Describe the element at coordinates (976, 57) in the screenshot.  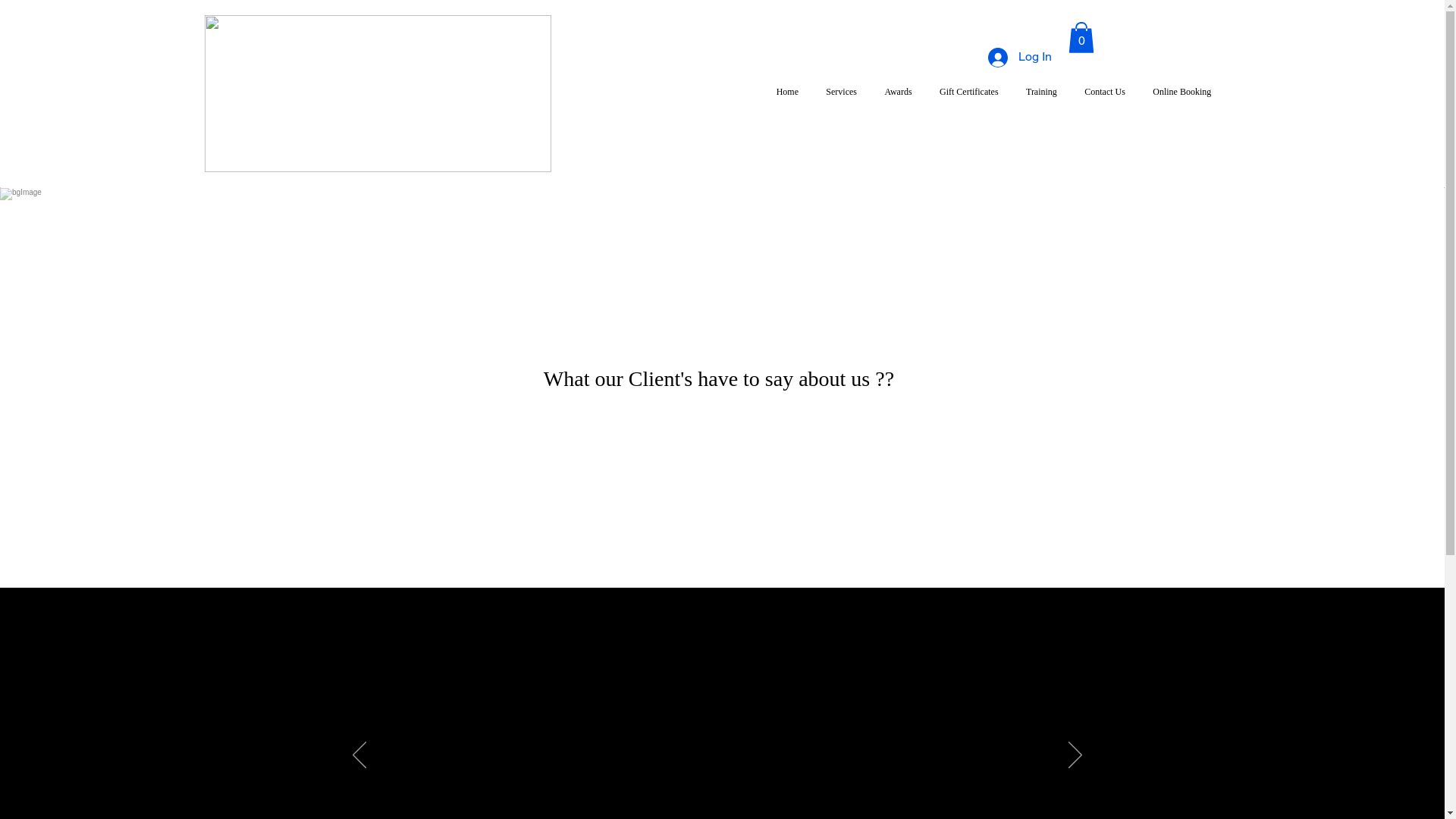
I see `'Log In'` at that location.